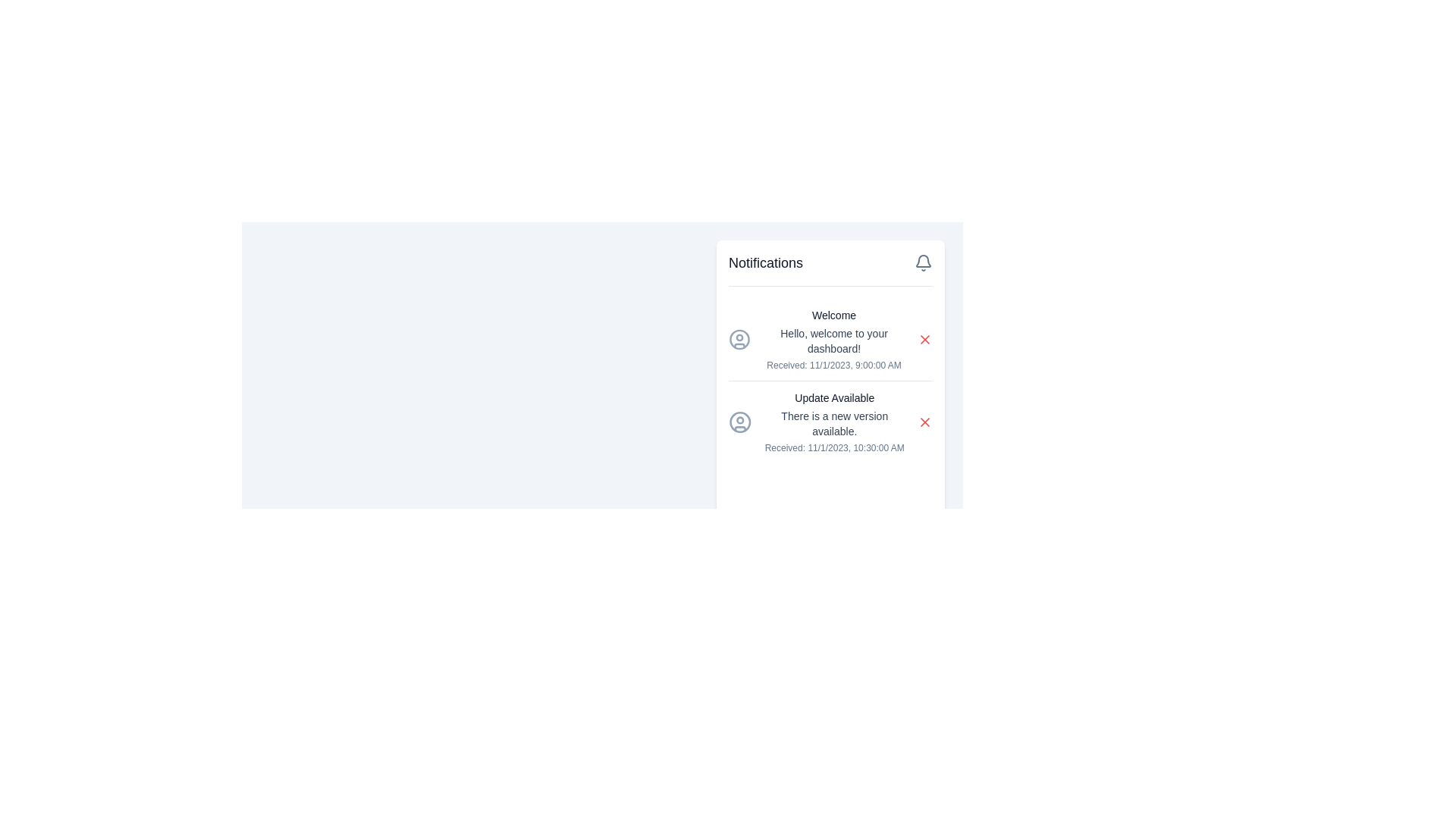 The image size is (1456, 819). What do you see at coordinates (833, 341) in the screenshot?
I see `welcoming message text located below the 'Welcome' heading and above the date and time text in the notification card on the right sidebar` at bounding box center [833, 341].